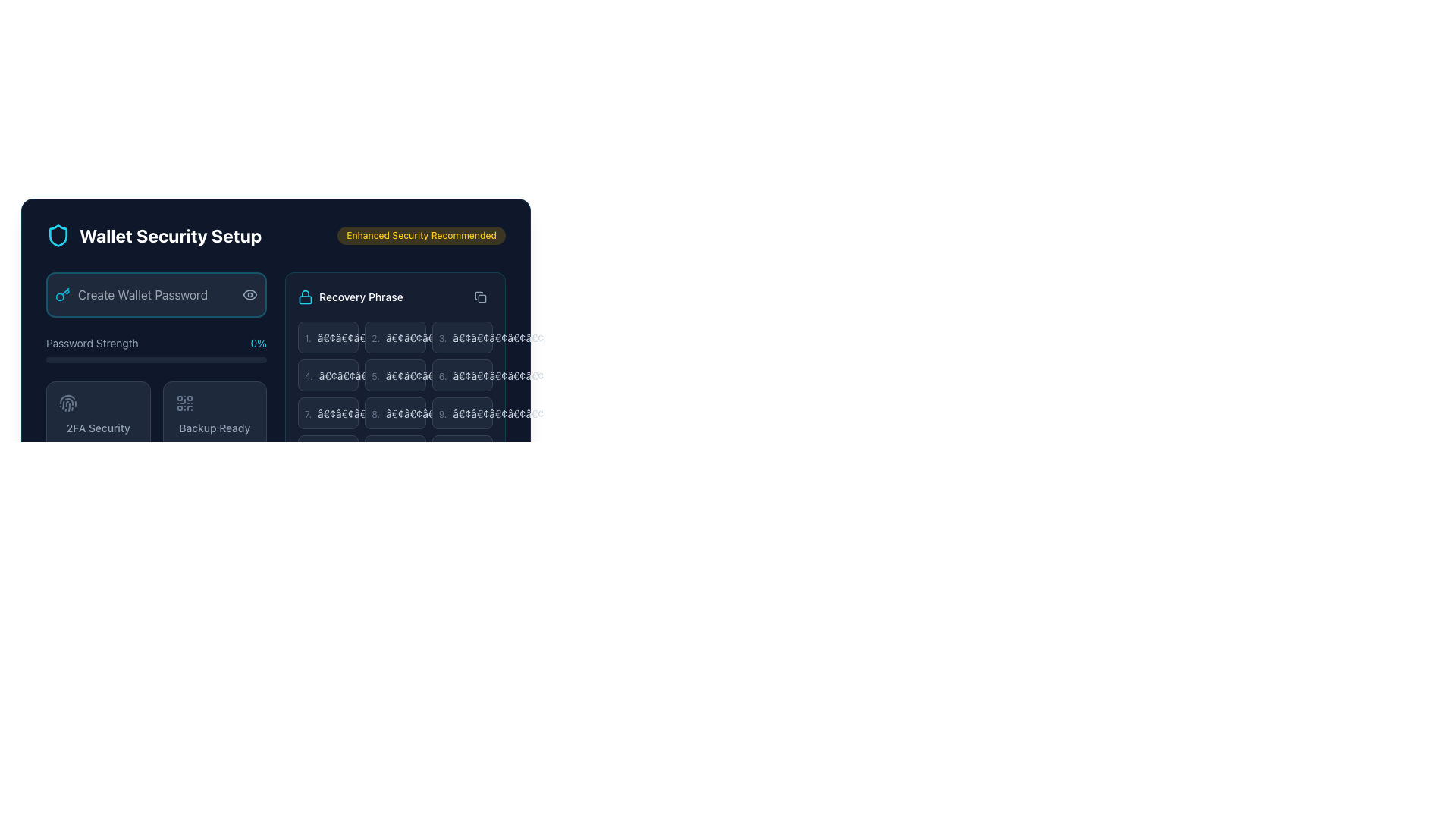 The width and height of the screenshot is (1456, 819). I want to click on the shield icon with a cyan outline that is positioned to the far left of the 'Wallet Security Setup' title, so click(58, 236).